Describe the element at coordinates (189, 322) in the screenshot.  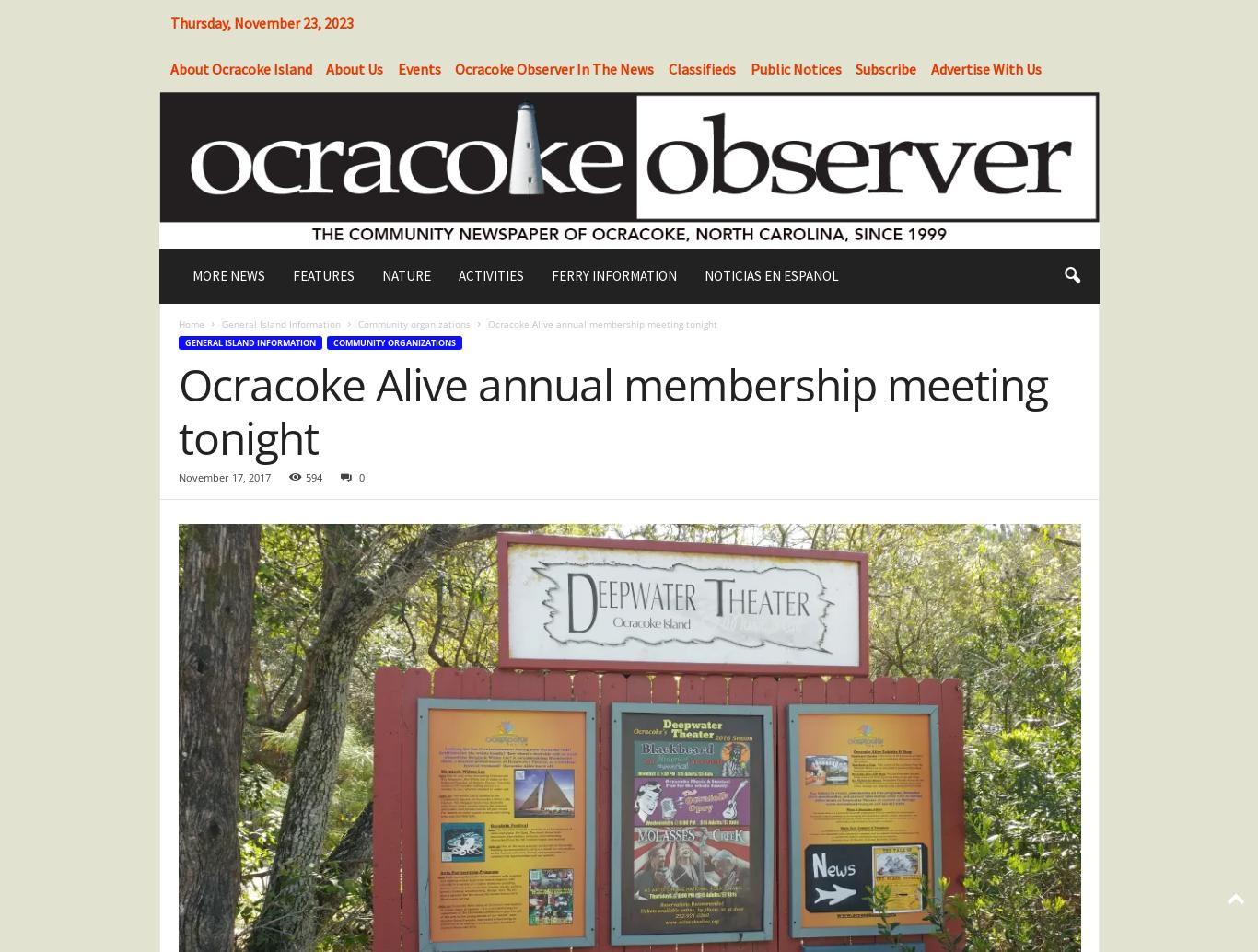
I see `'Home'` at that location.